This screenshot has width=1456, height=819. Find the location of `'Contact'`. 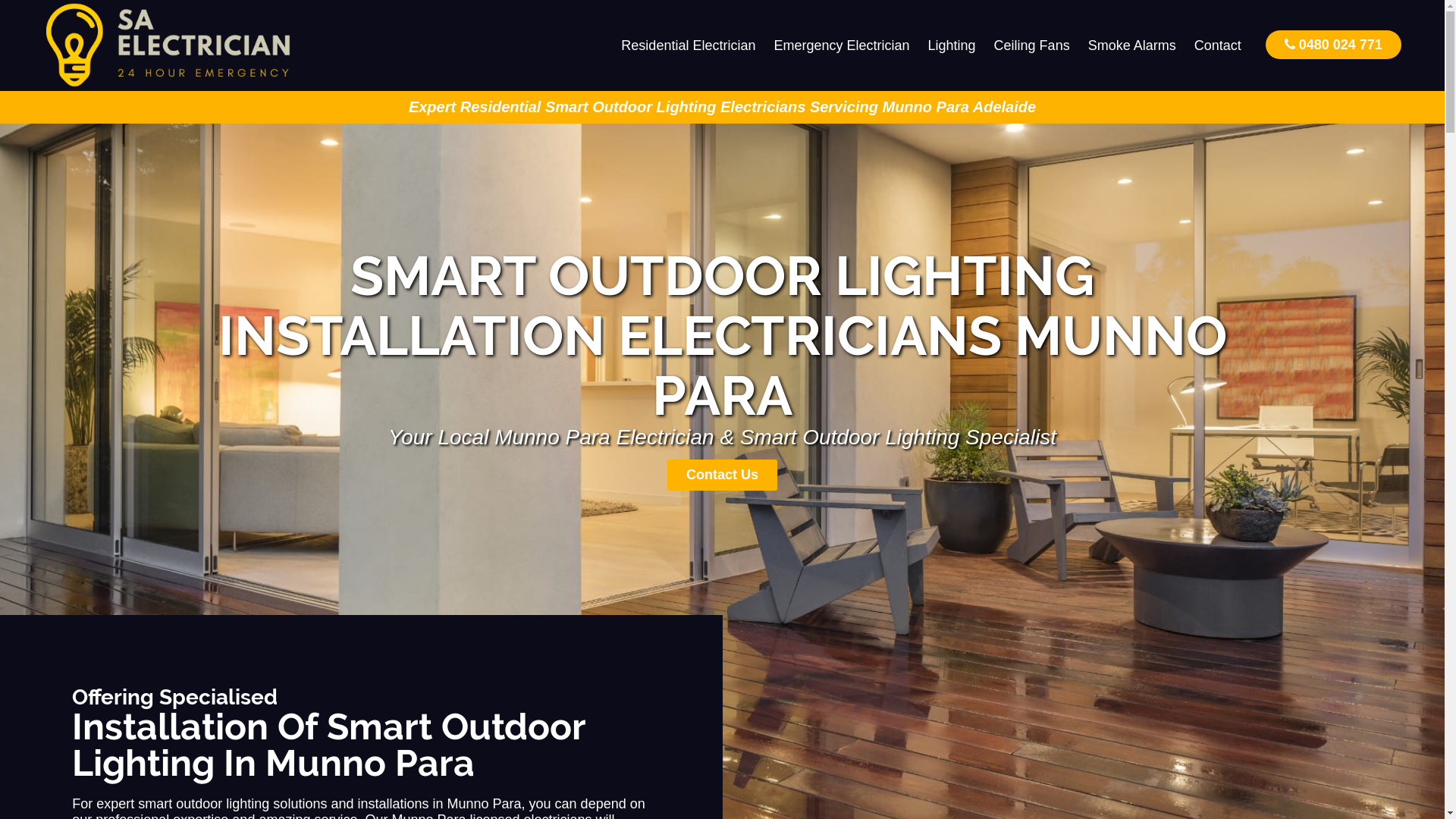

'Contact' is located at coordinates (1218, 45).